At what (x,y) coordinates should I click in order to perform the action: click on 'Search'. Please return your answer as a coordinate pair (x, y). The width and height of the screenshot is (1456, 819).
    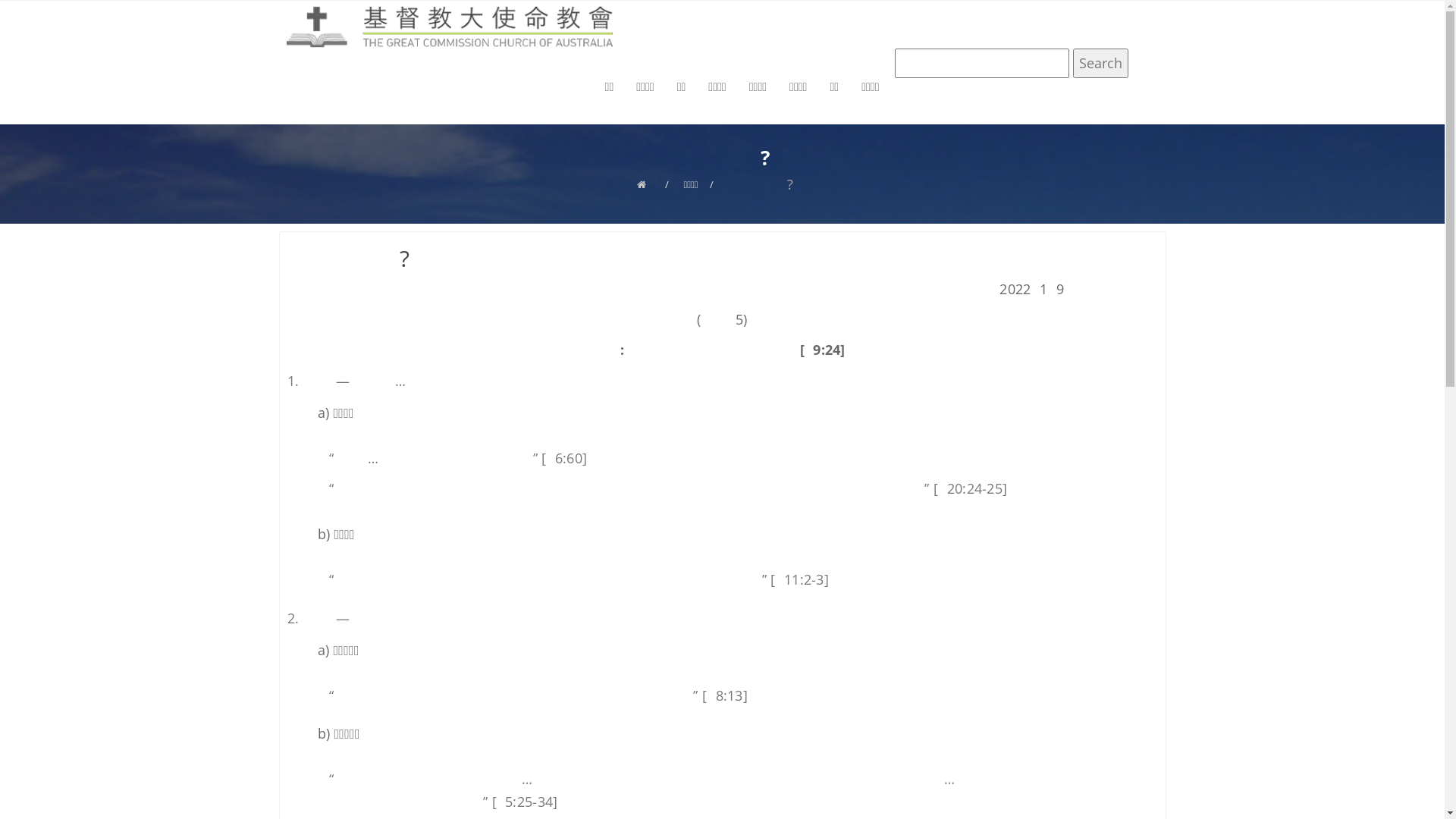
    Looking at the image, I should click on (1100, 62).